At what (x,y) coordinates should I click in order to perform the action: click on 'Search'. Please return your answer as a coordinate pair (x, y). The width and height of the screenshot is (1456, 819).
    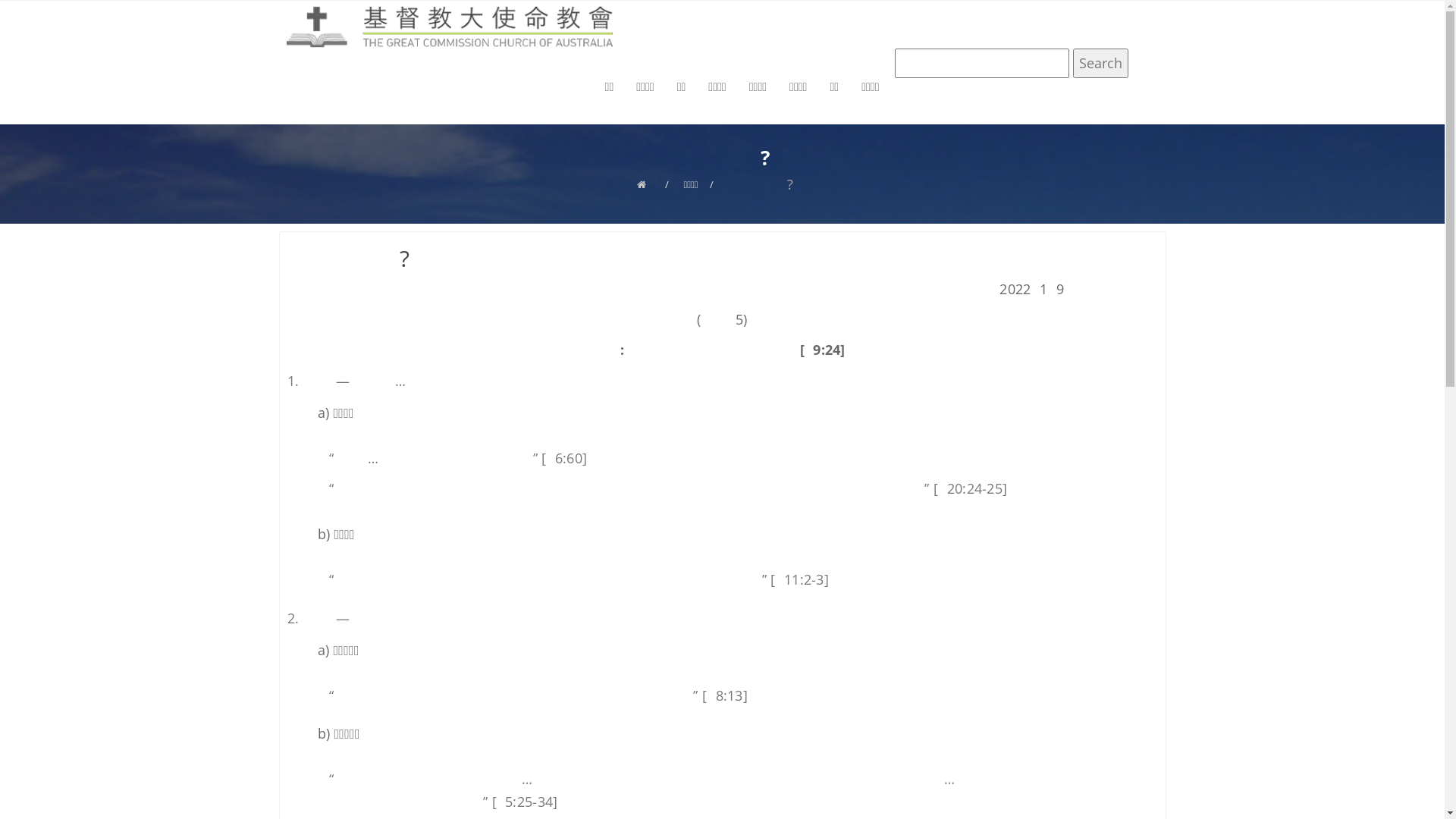
    Looking at the image, I should click on (1100, 62).